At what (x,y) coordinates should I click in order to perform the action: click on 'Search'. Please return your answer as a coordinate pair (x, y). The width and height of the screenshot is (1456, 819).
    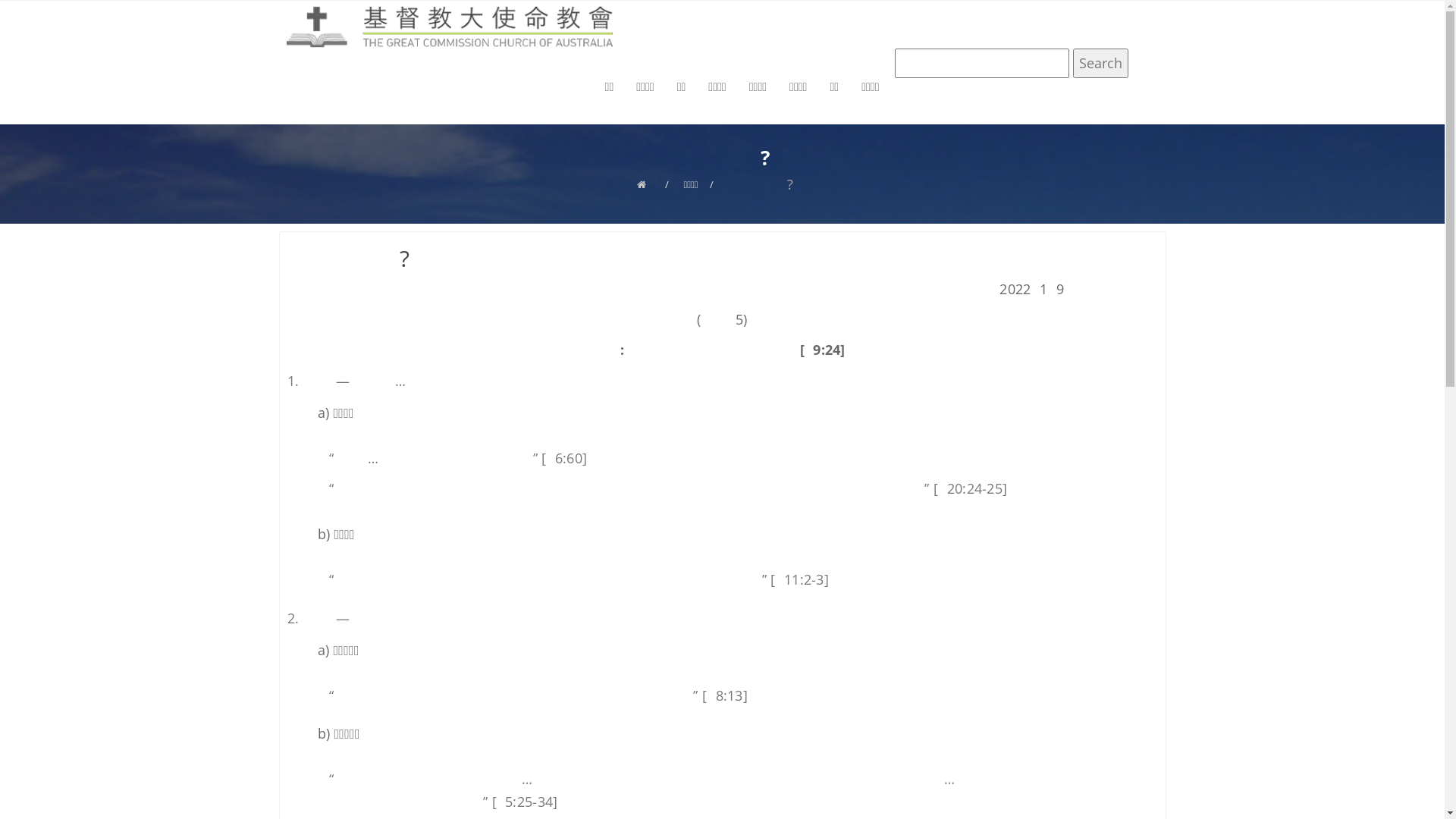
    Looking at the image, I should click on (1100, 62).